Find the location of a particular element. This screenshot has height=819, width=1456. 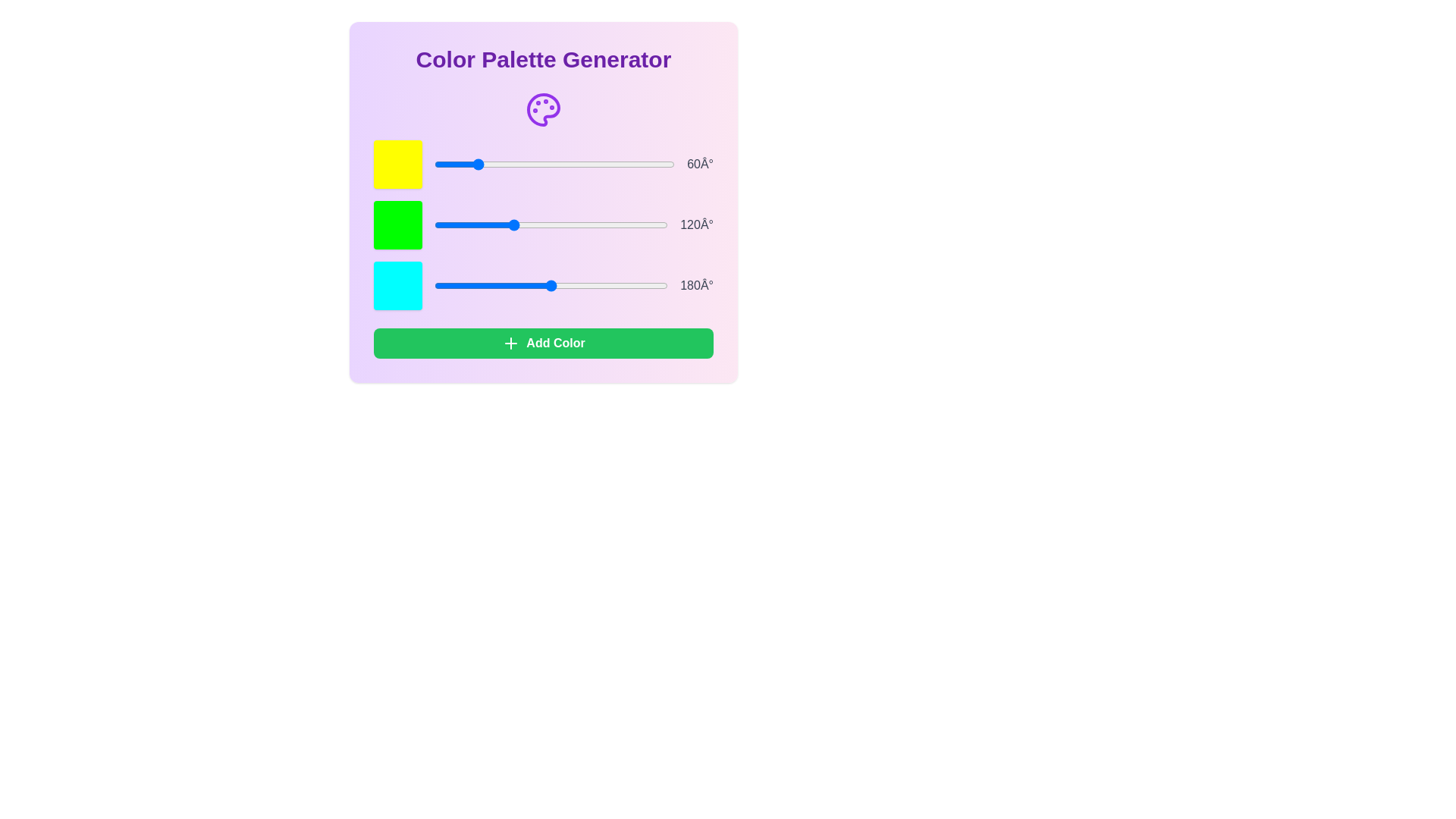

the color square representing green is located at coordinates (397, 225).